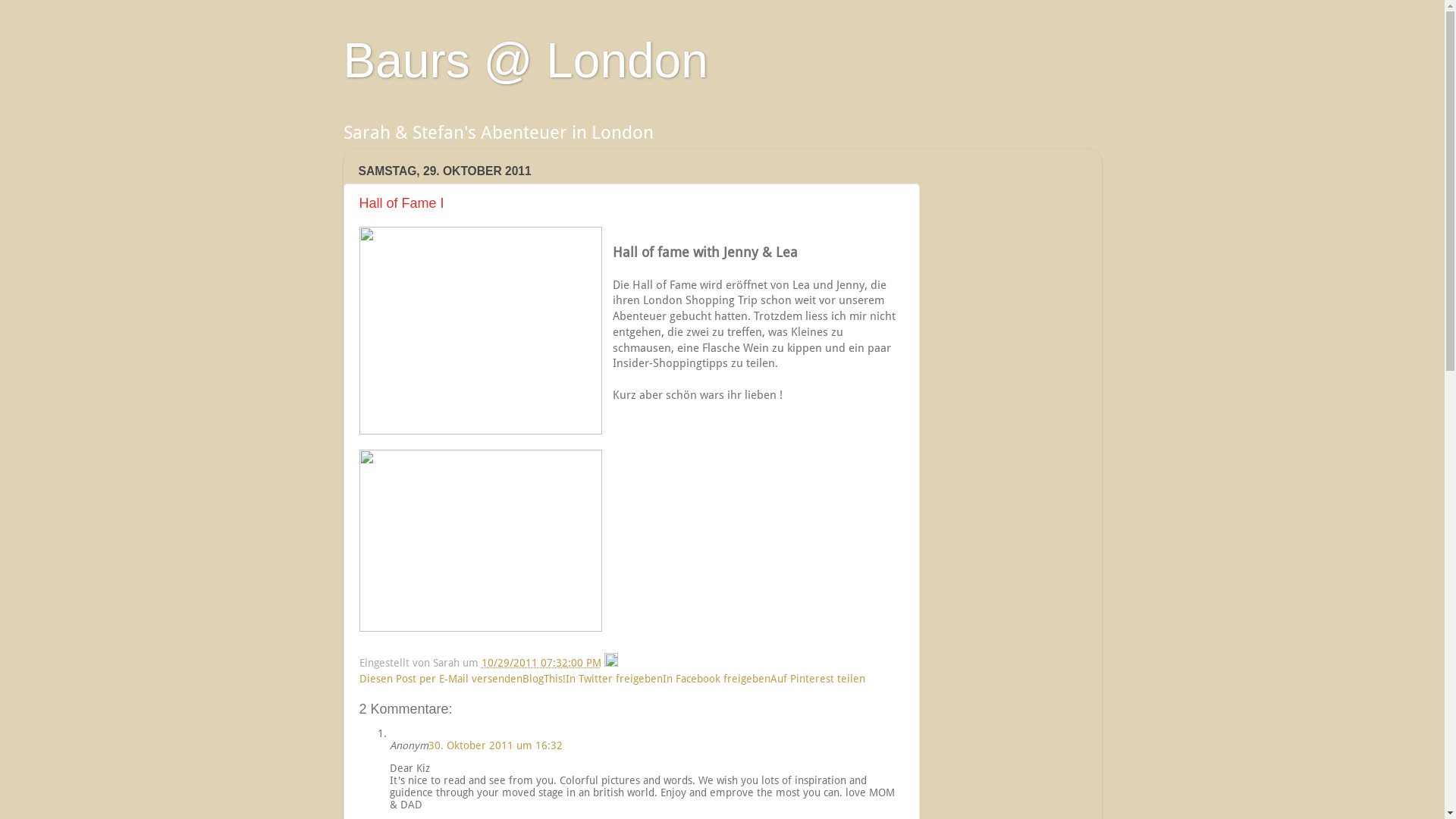 Image resolution: width=1456 pixels, height=819 pixels. Describe the element at coordinates (610, 662) in the screenshot. I see `'Post bearbeiten'` at that location.